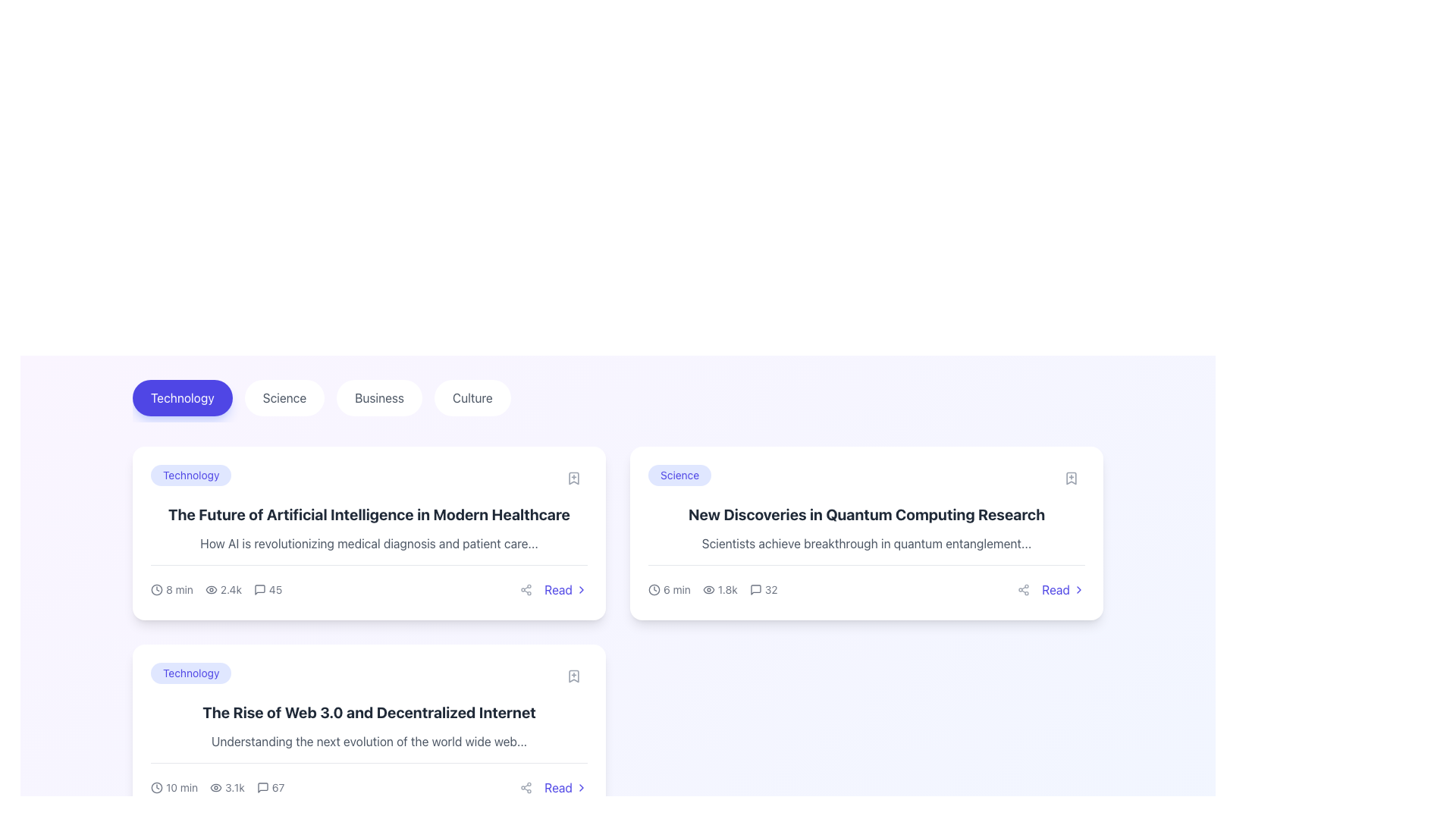 Image resolution: width=1456 pixels, height=819 pixels. Describe the element at coordinates (573, 479) in the screenshot. I see `the bookmark icon with a '+' sign inside it located at the top-right corner of the first card in the 'Technology' section to bookmark the article titled 'The Future of Artificial Intelligence in Modern Healthcare.'` at that location.